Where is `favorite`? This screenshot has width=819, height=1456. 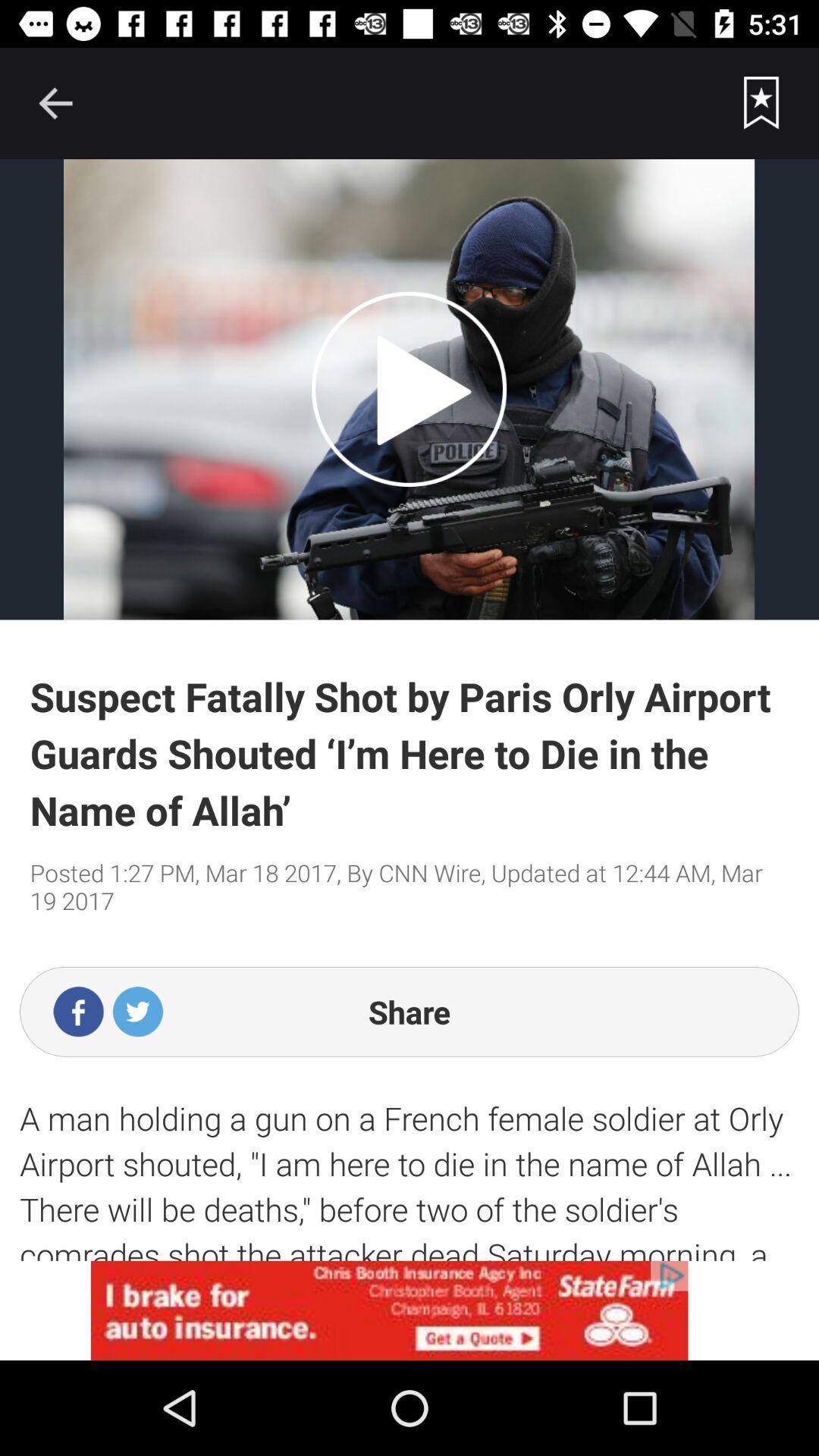
favorite is located at coordinates (761, 102).